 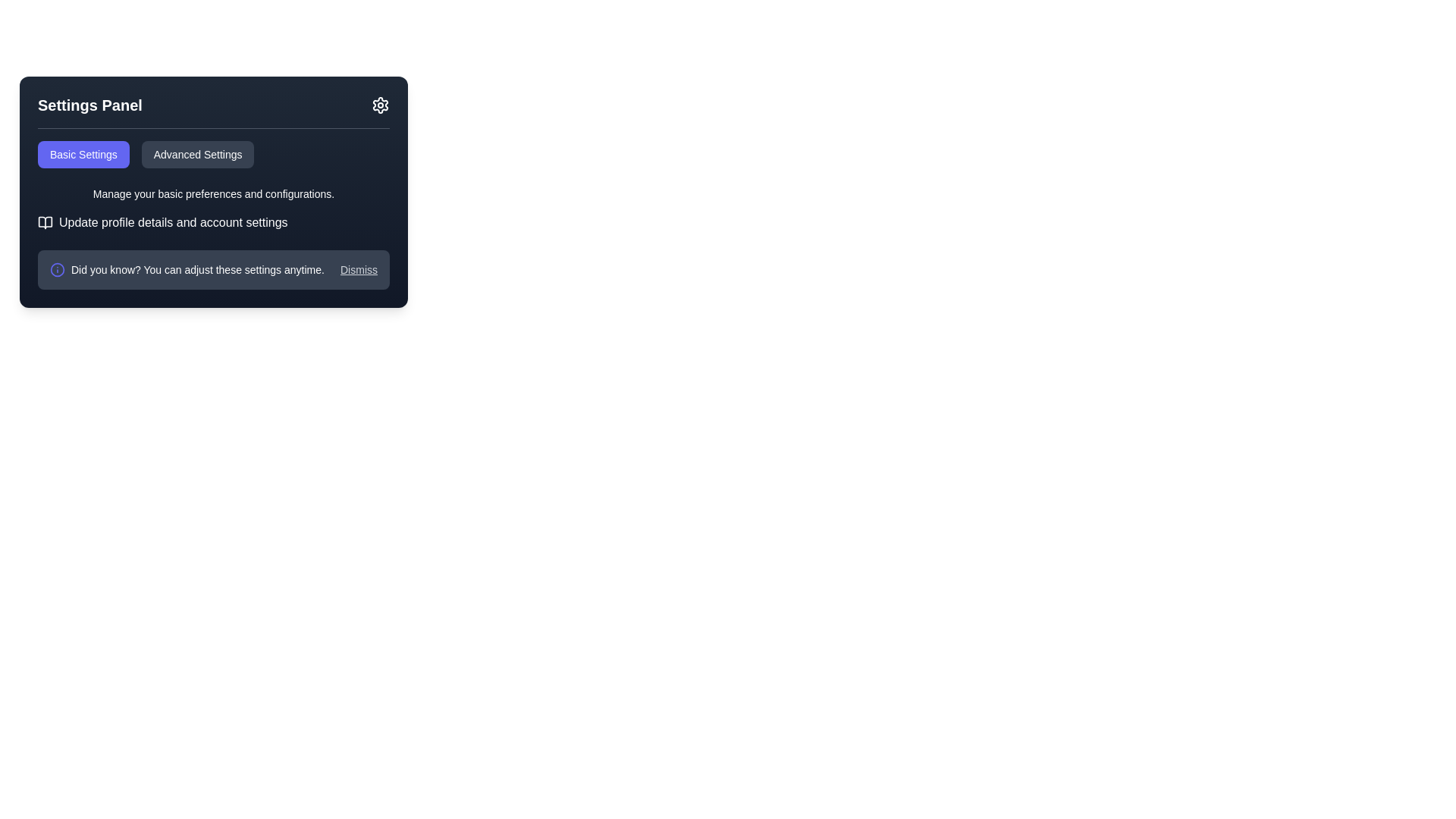 I want to click on the label with an open book icon that prompts to 'Update profile details and account settings', so click(x=213, y=222).